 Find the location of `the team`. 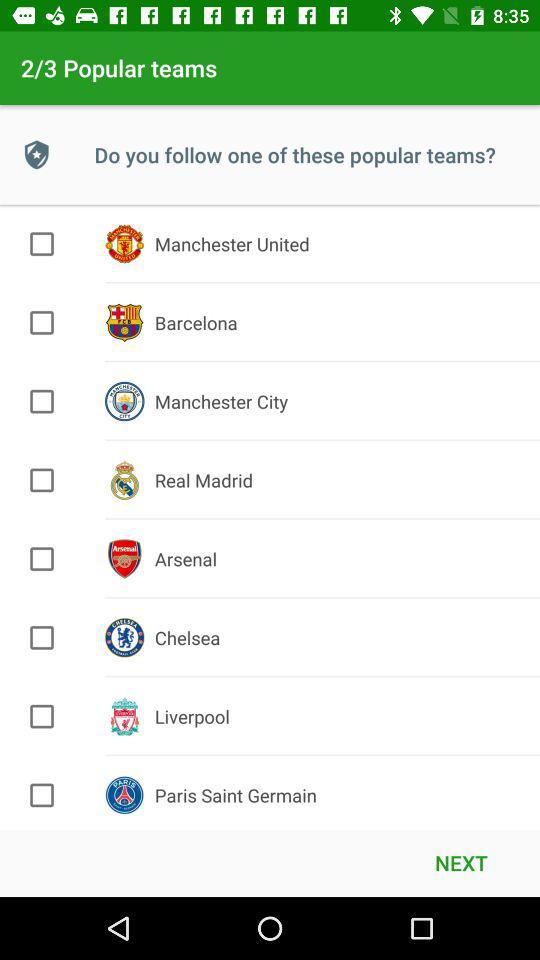

the team is located at coordinates (42, 322).